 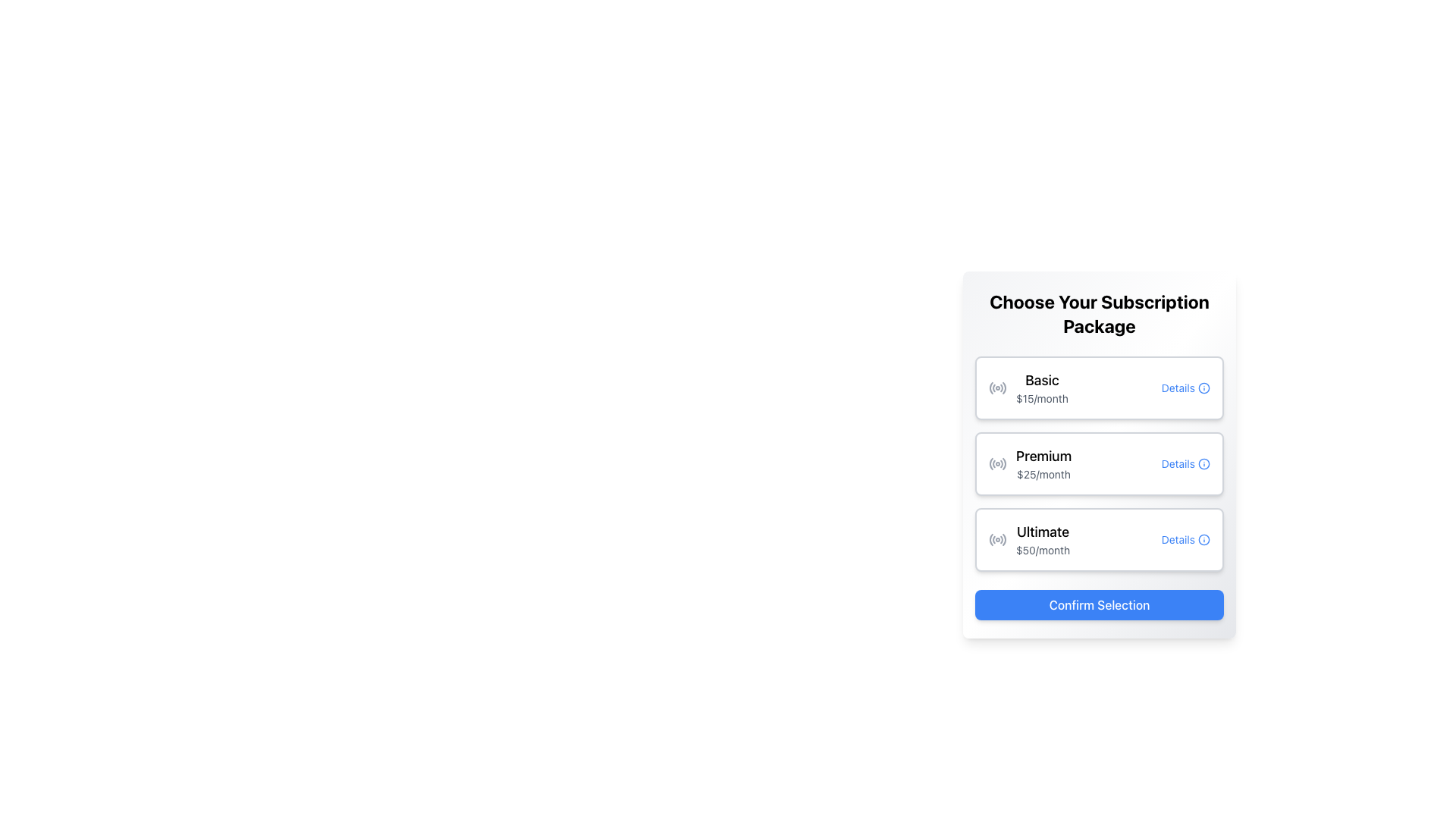 What do you see at coordinates (991, 388) in the screenshot?
I see `the first curve of the radio icon representing the 'Basic' subscription package in the subscription selection menu` at bounding box center [991, 388].